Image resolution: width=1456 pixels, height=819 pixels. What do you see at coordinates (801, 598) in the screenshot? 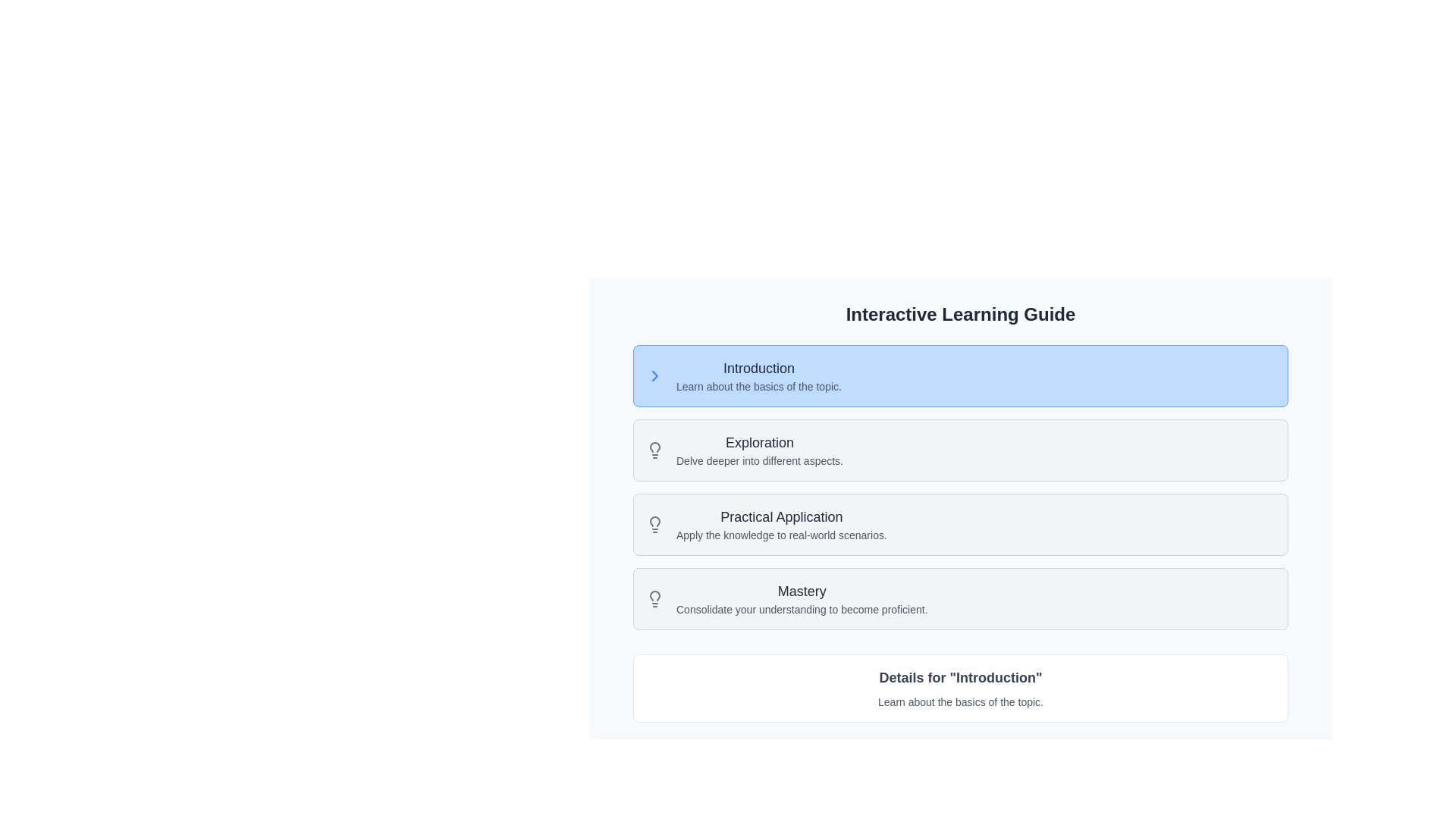
I see `the header and description text block for the learning stage titled 'Mastery'` at bounding box center [801, 598].